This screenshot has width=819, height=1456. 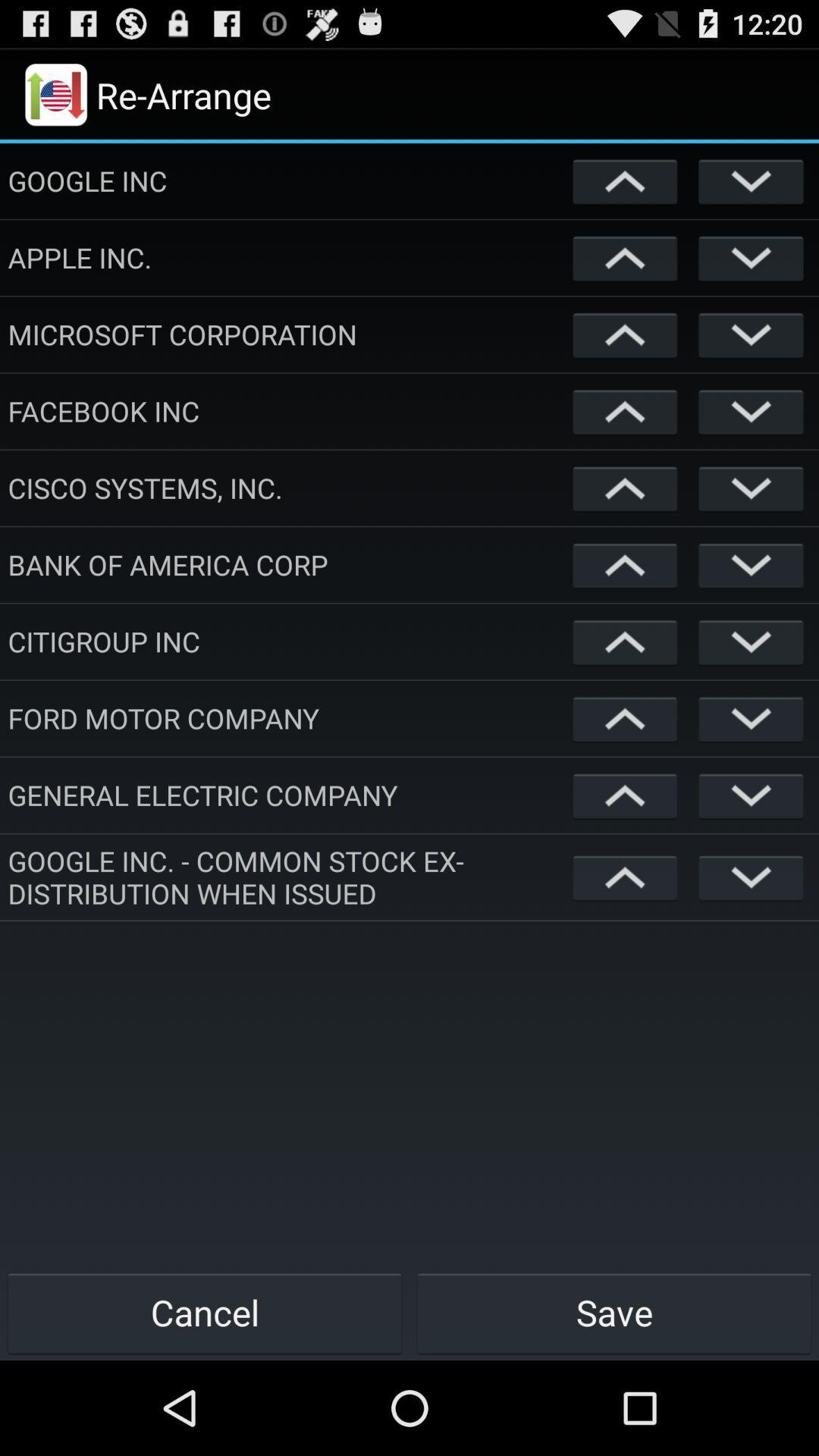 What do you see at coordinates (287, 334) in the screenshot?
I see `the microsoft corporation icon` at bounding box center [287, 334].